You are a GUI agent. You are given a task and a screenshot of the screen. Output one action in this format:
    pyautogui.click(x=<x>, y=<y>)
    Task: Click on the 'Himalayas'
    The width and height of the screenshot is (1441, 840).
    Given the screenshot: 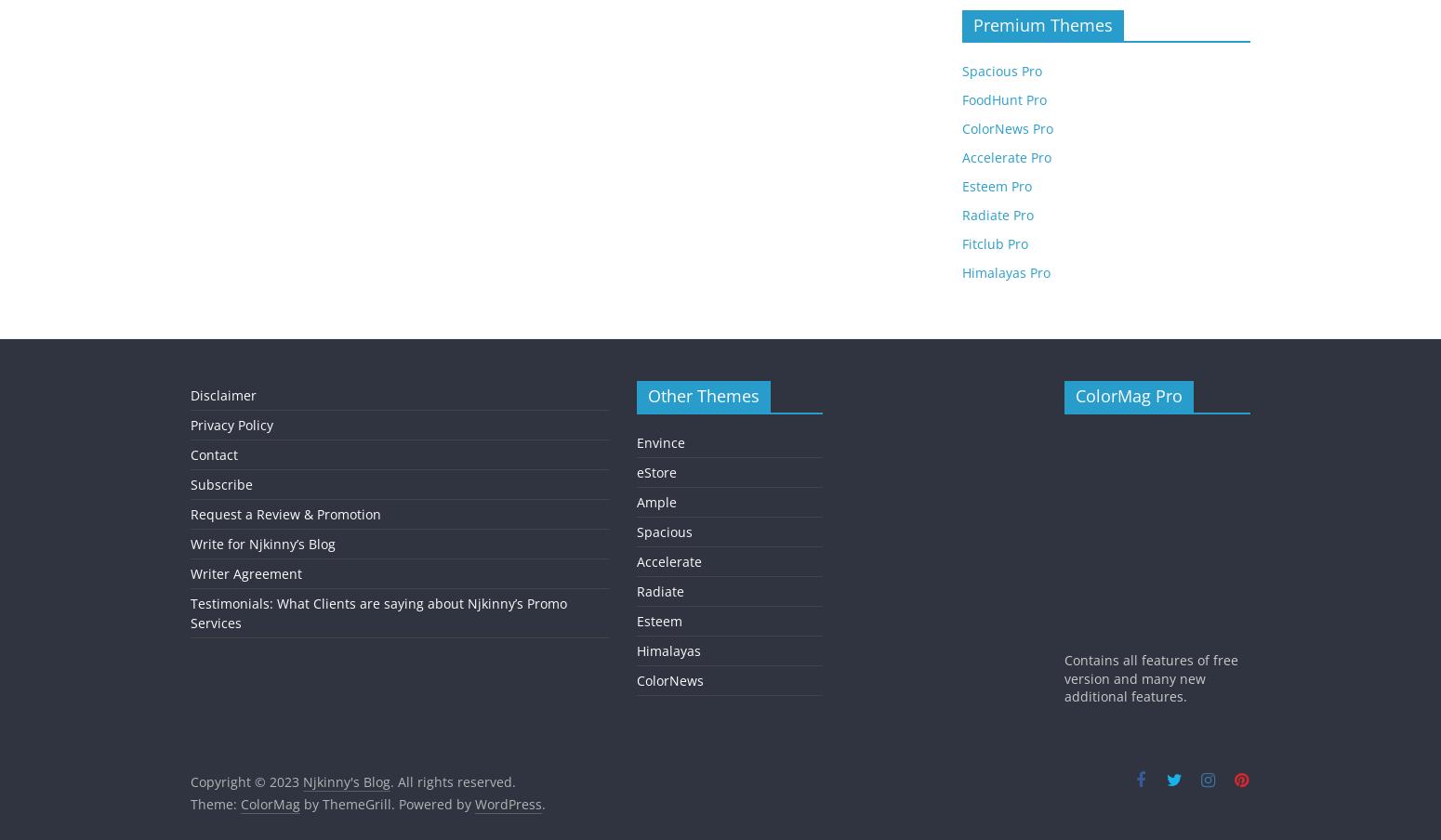 What is the action you would take?
    pyautogui.click(x=668, y=649)
    